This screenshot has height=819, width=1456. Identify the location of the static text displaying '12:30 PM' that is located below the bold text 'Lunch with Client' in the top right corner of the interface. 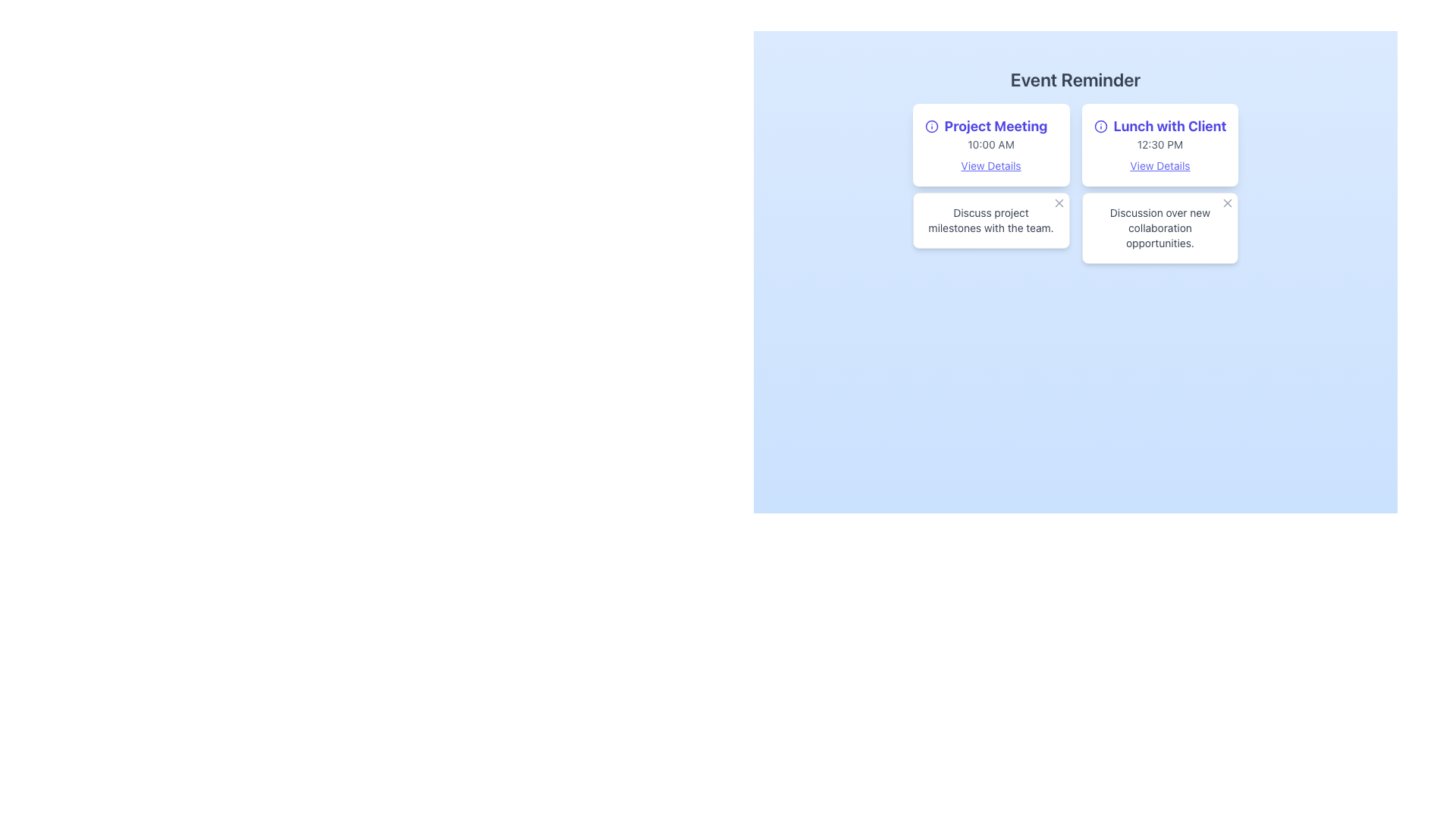
(1159, 145).